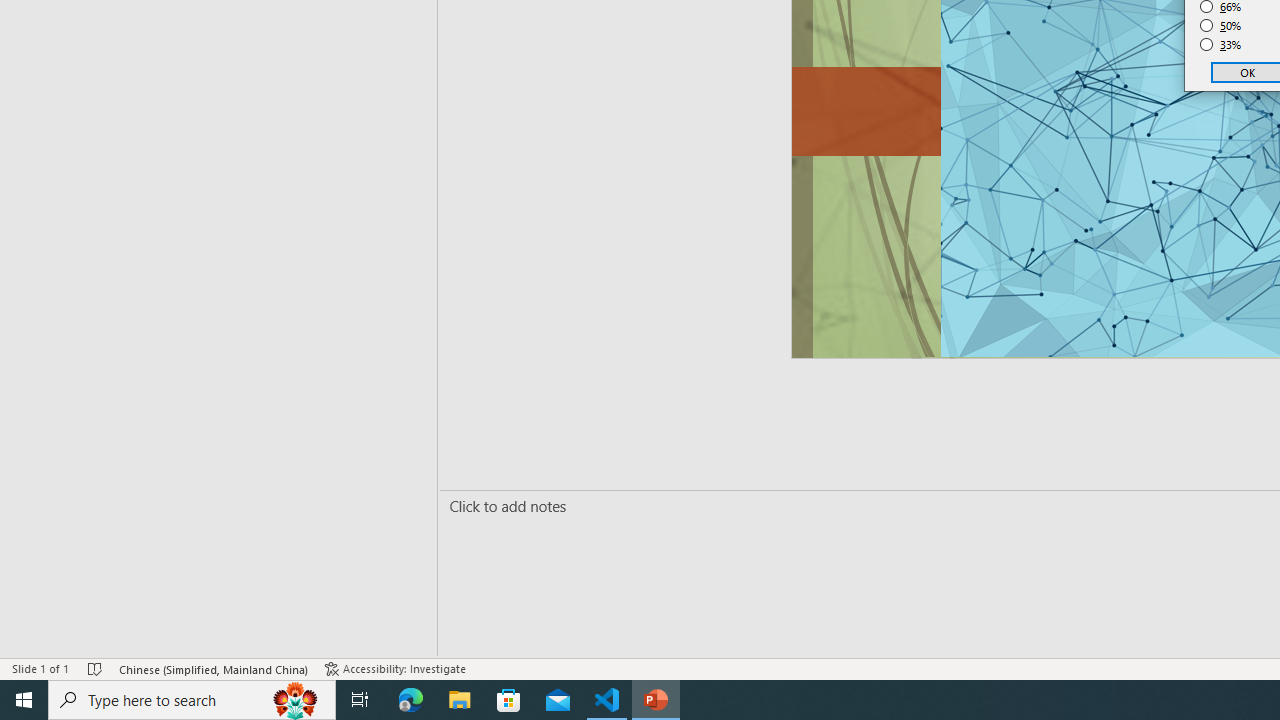 The width and height of the screenshot is (1280, 720). I want to click on 'Microsoft Edge', so click(410, 698).